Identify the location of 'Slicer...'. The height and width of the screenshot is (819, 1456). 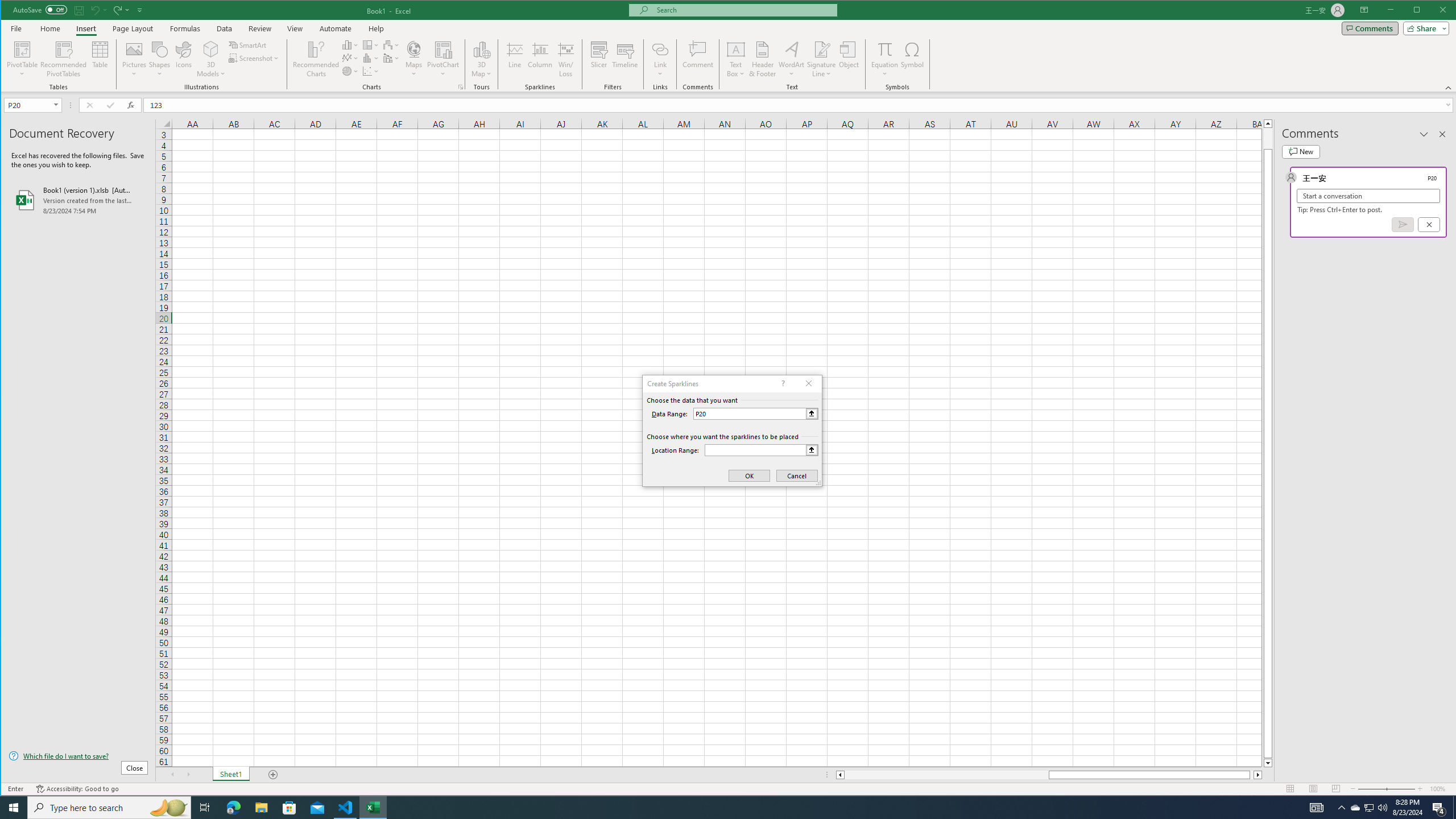
(598, 59).